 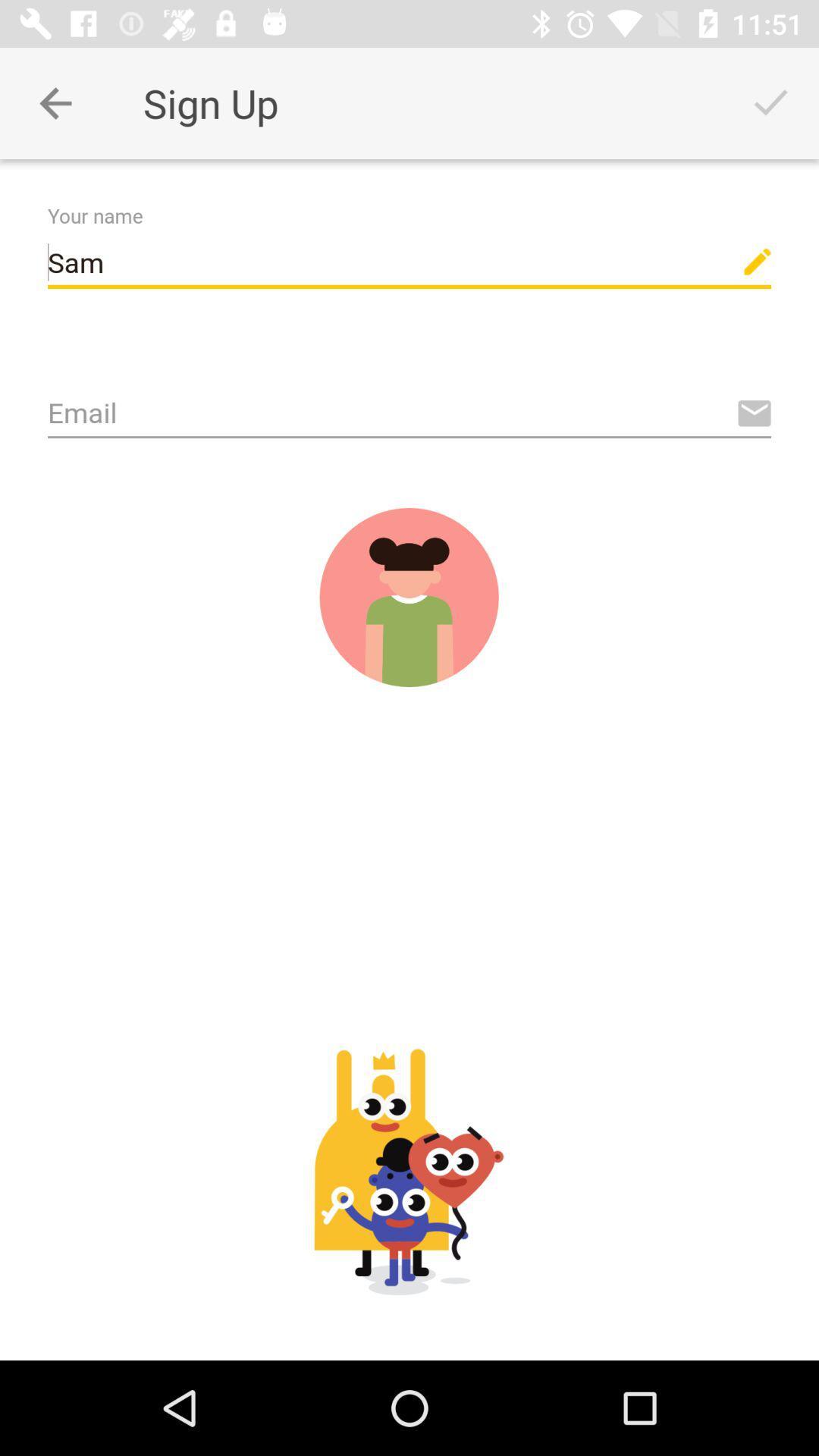 What do you see at coordinates (409, 414) in the screenshot?
I see `email` at bounding box center [409, 414].